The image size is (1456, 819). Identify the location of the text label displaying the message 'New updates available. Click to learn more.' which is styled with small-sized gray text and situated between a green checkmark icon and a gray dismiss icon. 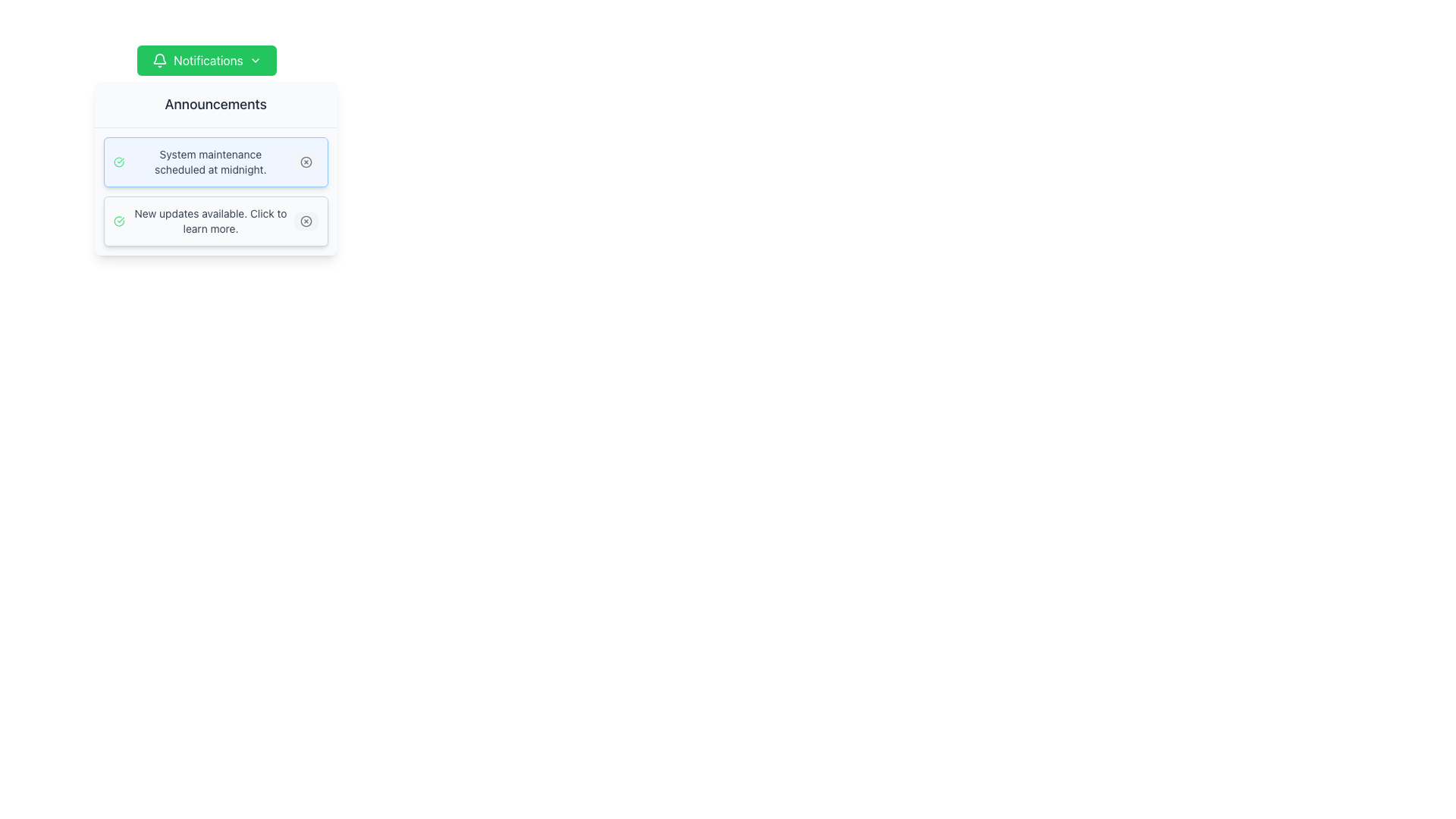
(210, 221).